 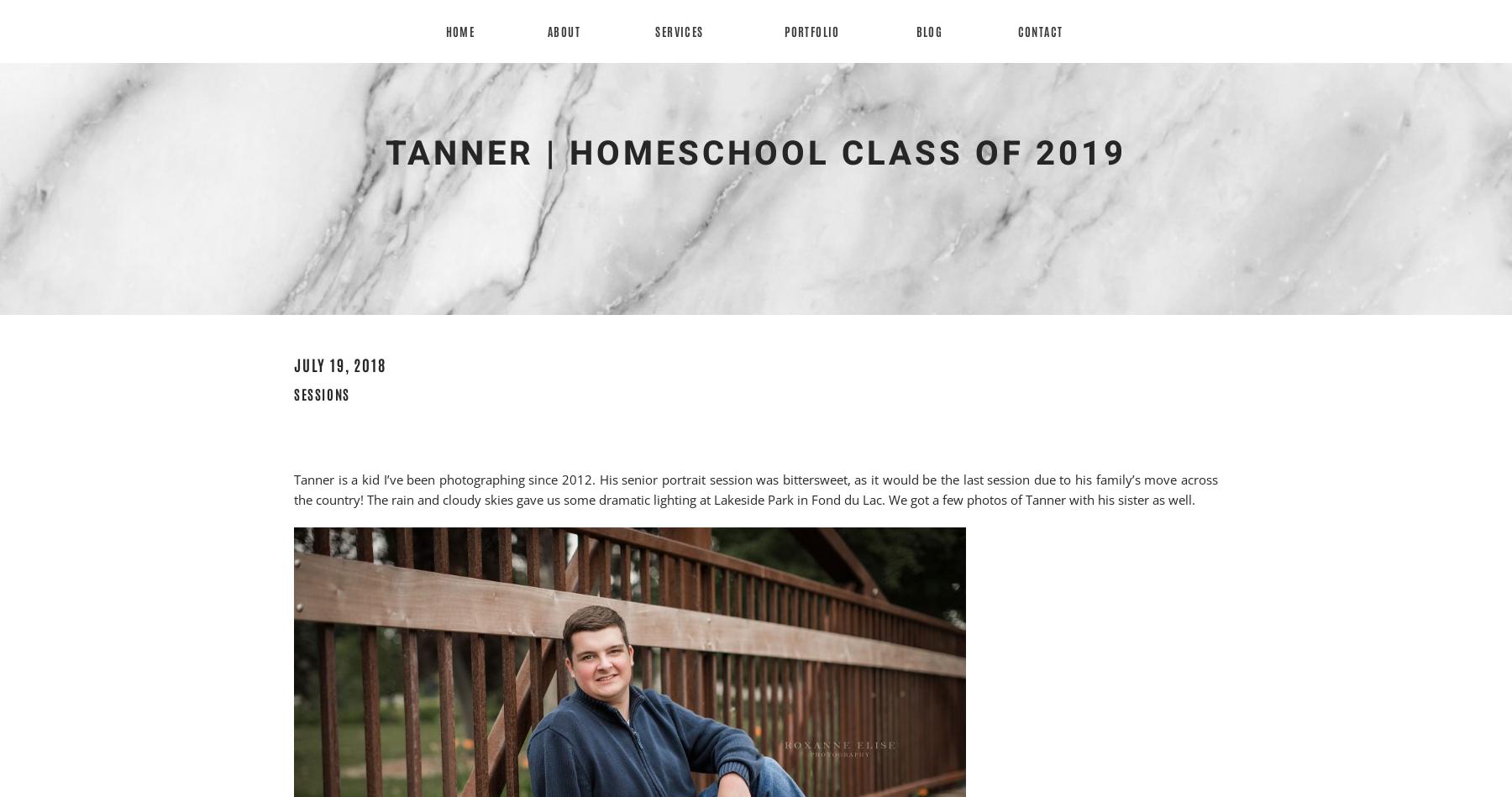 I want to click on 'SERVICES', so click(x=679, y=31).